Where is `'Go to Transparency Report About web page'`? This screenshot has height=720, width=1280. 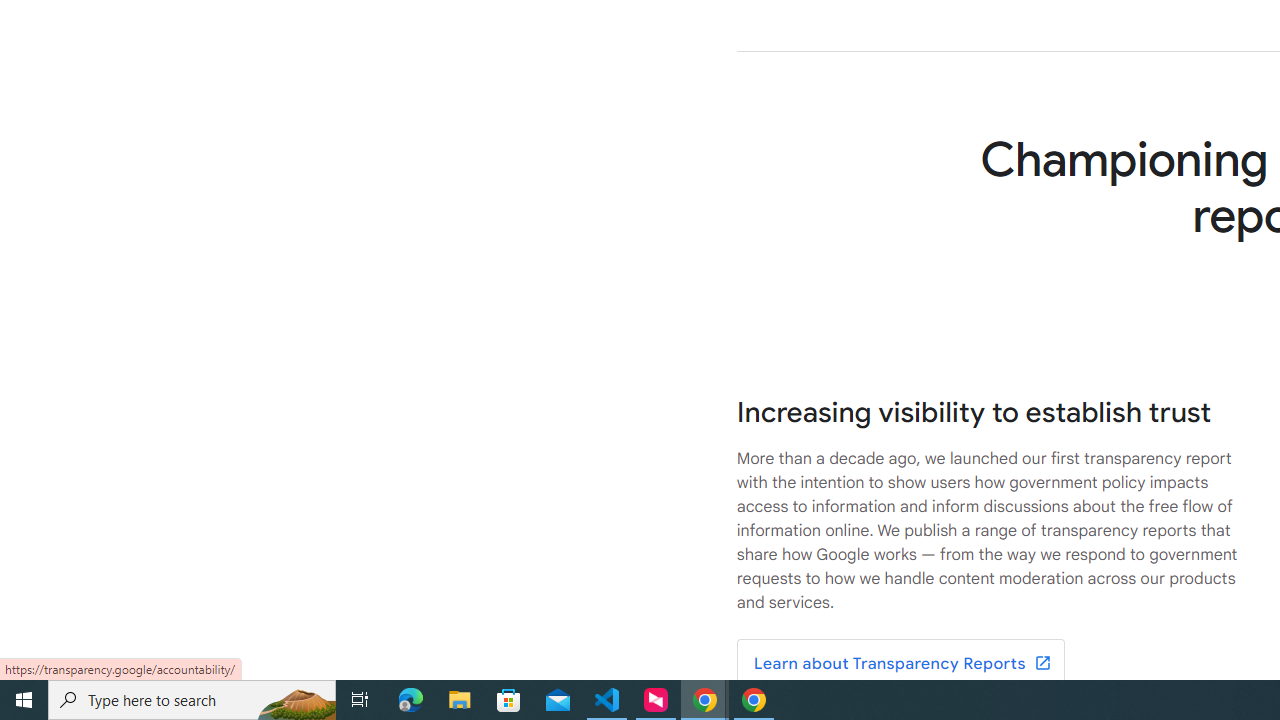 'Go to Transparency Report About web page' is located at coordinates (899, 664).